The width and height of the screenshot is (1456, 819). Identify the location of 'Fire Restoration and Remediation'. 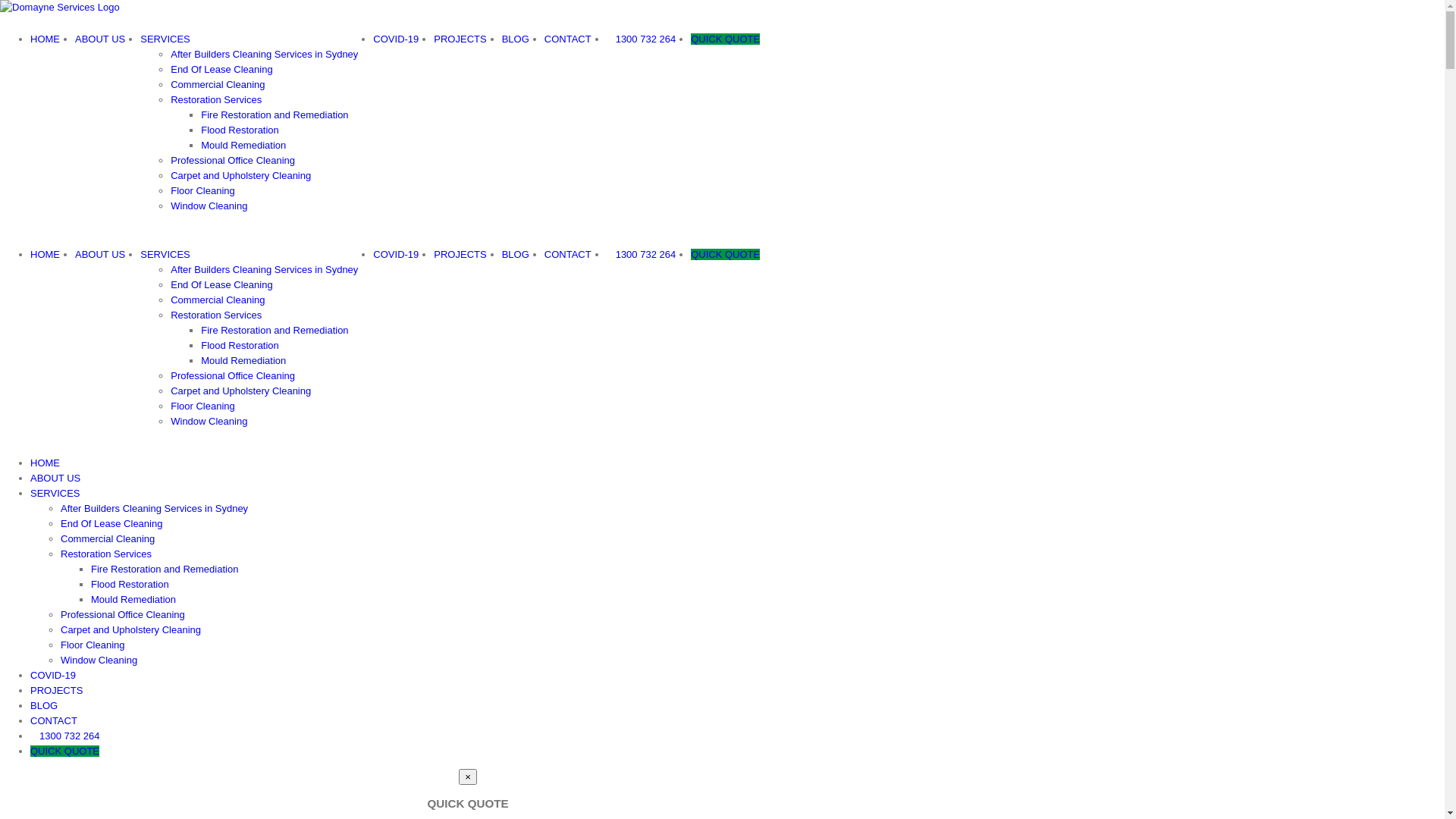
(274, 114).